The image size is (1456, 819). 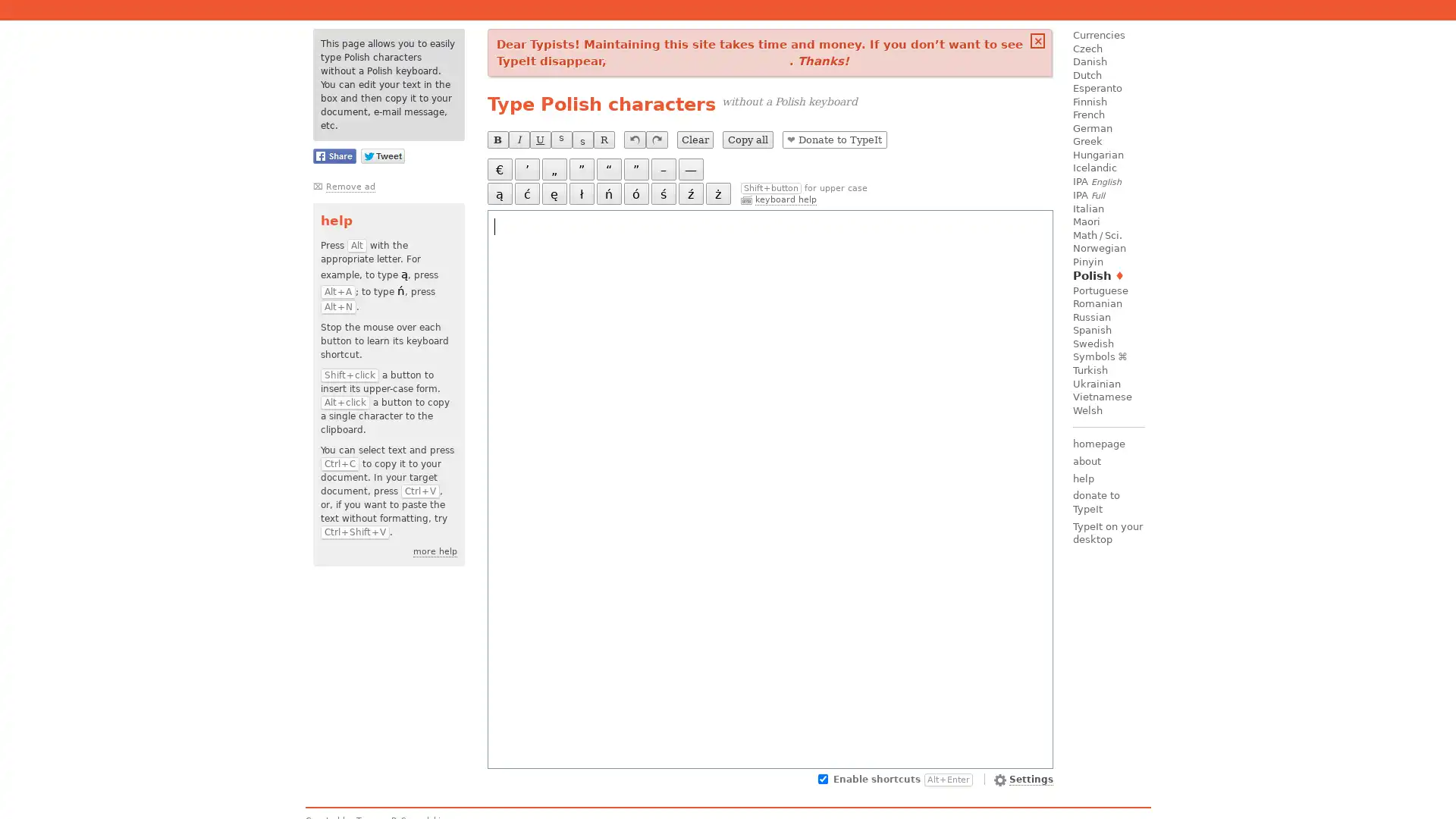 What do you see at coordinates (553, 193) in the screenshot?
I see `e` at bounding box center [553, 193].